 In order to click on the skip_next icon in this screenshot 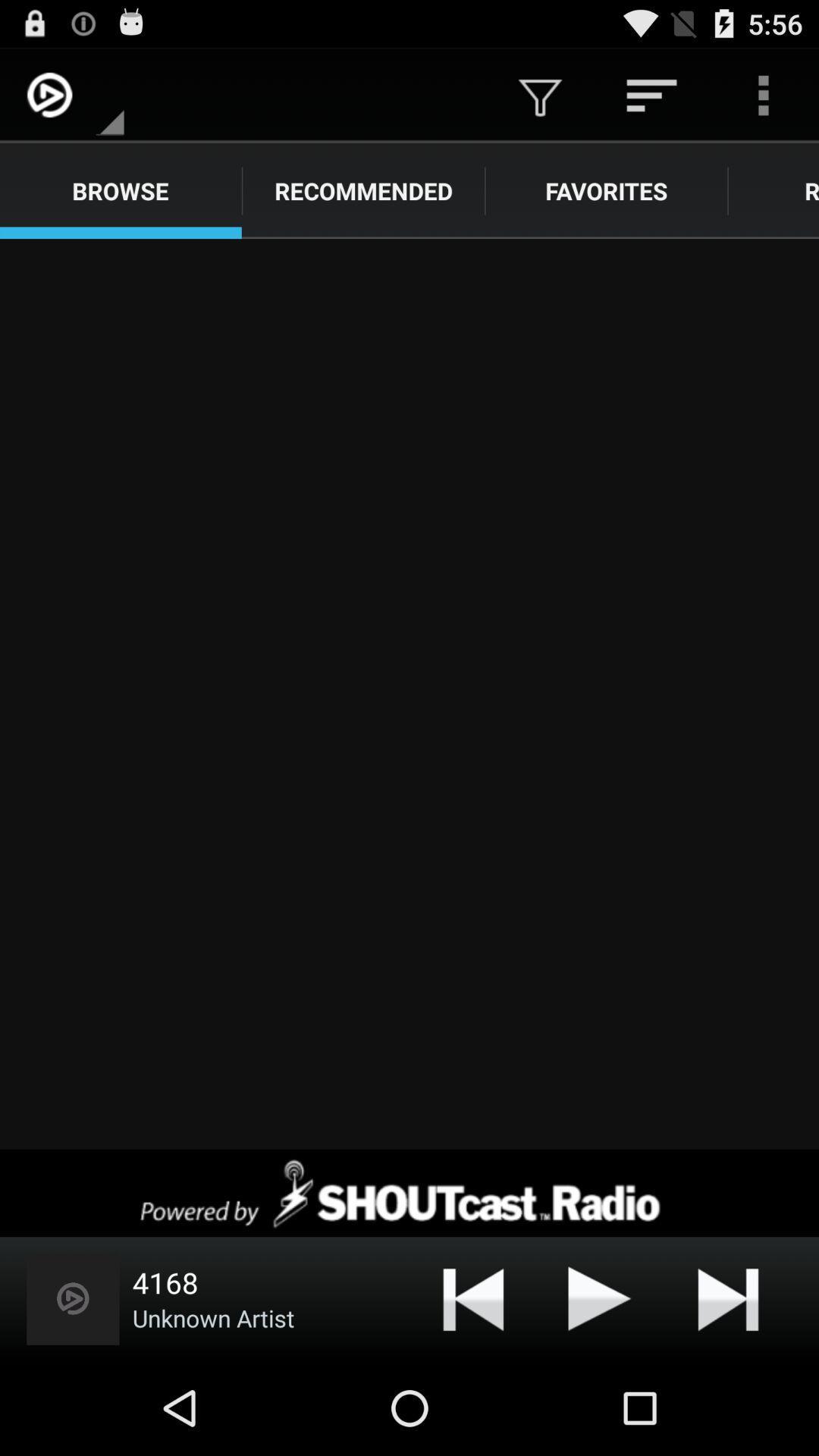, I will do `click(727, 1389)`.